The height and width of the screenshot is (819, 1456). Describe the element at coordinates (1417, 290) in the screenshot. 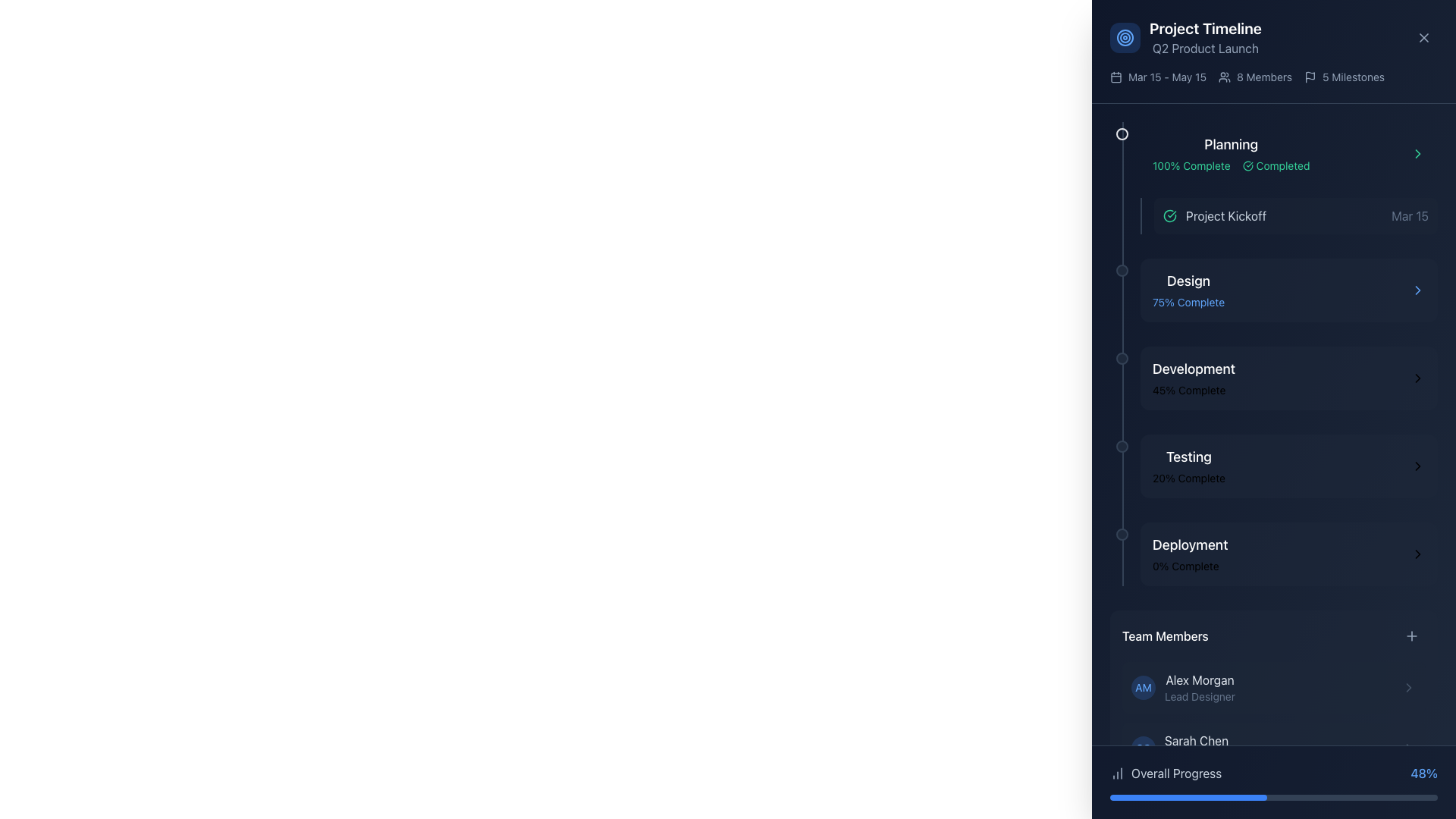

I see `the right-facing chevron icon next to the 'Design' stage in the project timeline` at that location.